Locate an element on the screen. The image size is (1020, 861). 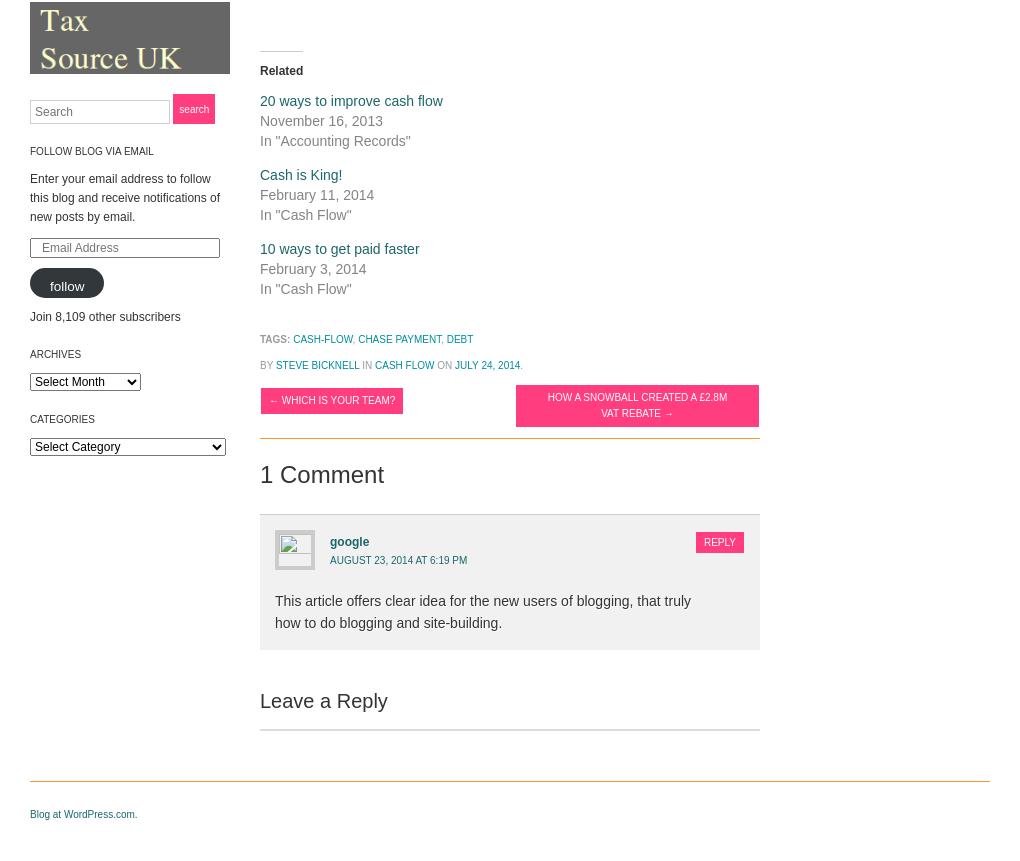
'Join 8,109 other subscribers' is located at coordinates (103, 314).